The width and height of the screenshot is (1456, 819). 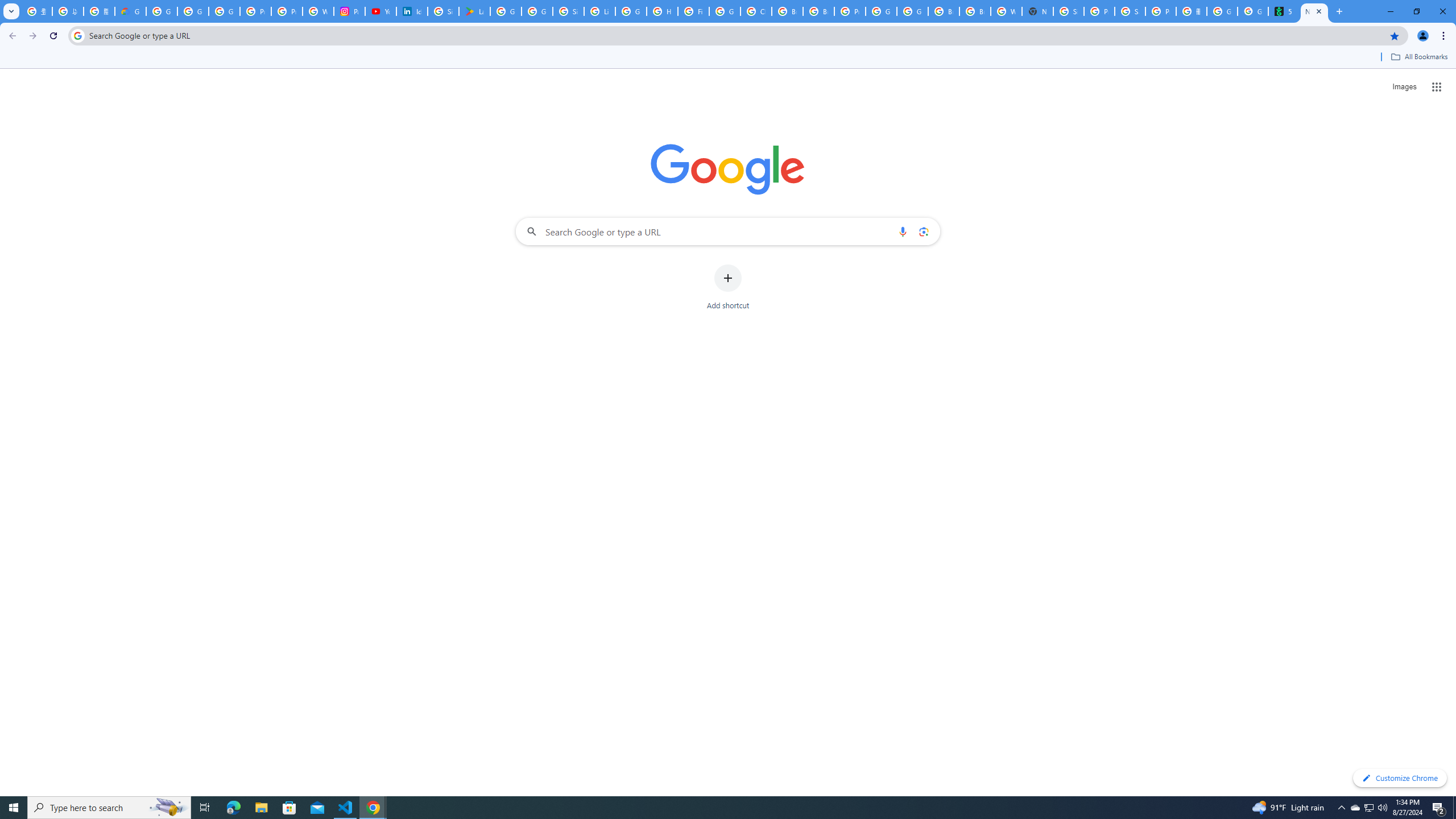 I want to click on 'Sign in - Google Accounts', so click(x=1069, y=11).